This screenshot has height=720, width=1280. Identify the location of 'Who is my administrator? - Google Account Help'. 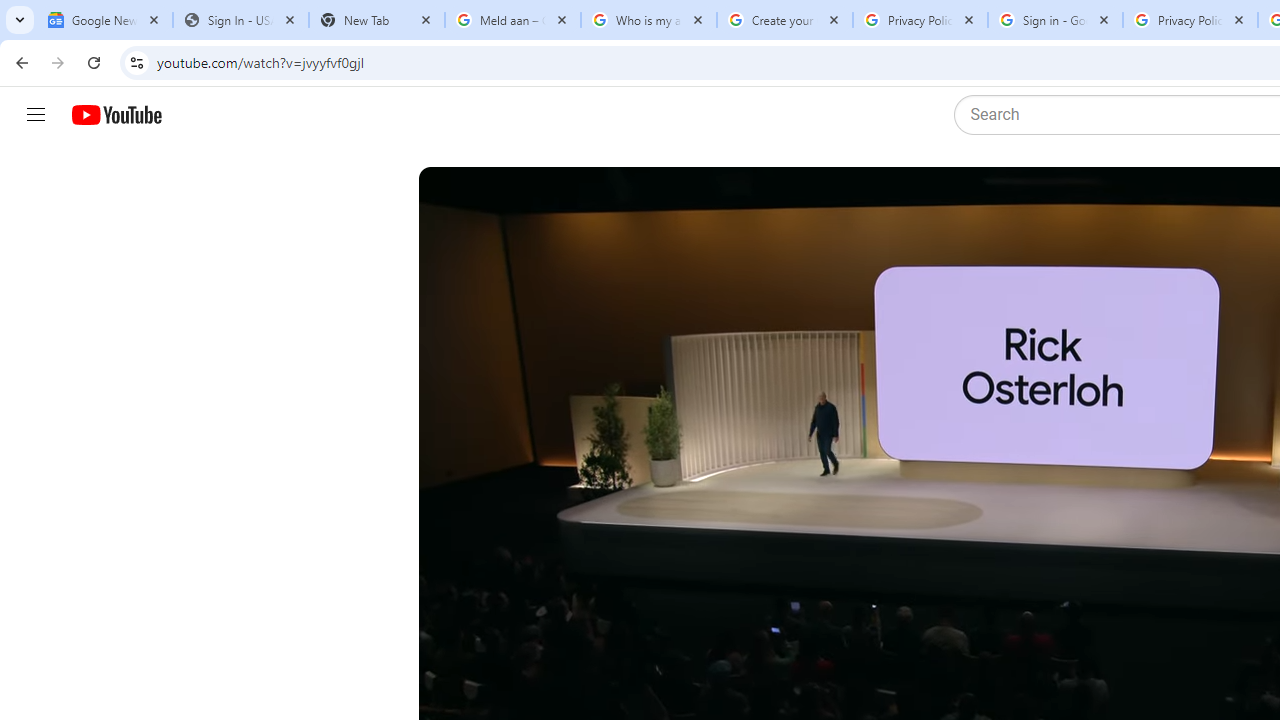
(648, 20).